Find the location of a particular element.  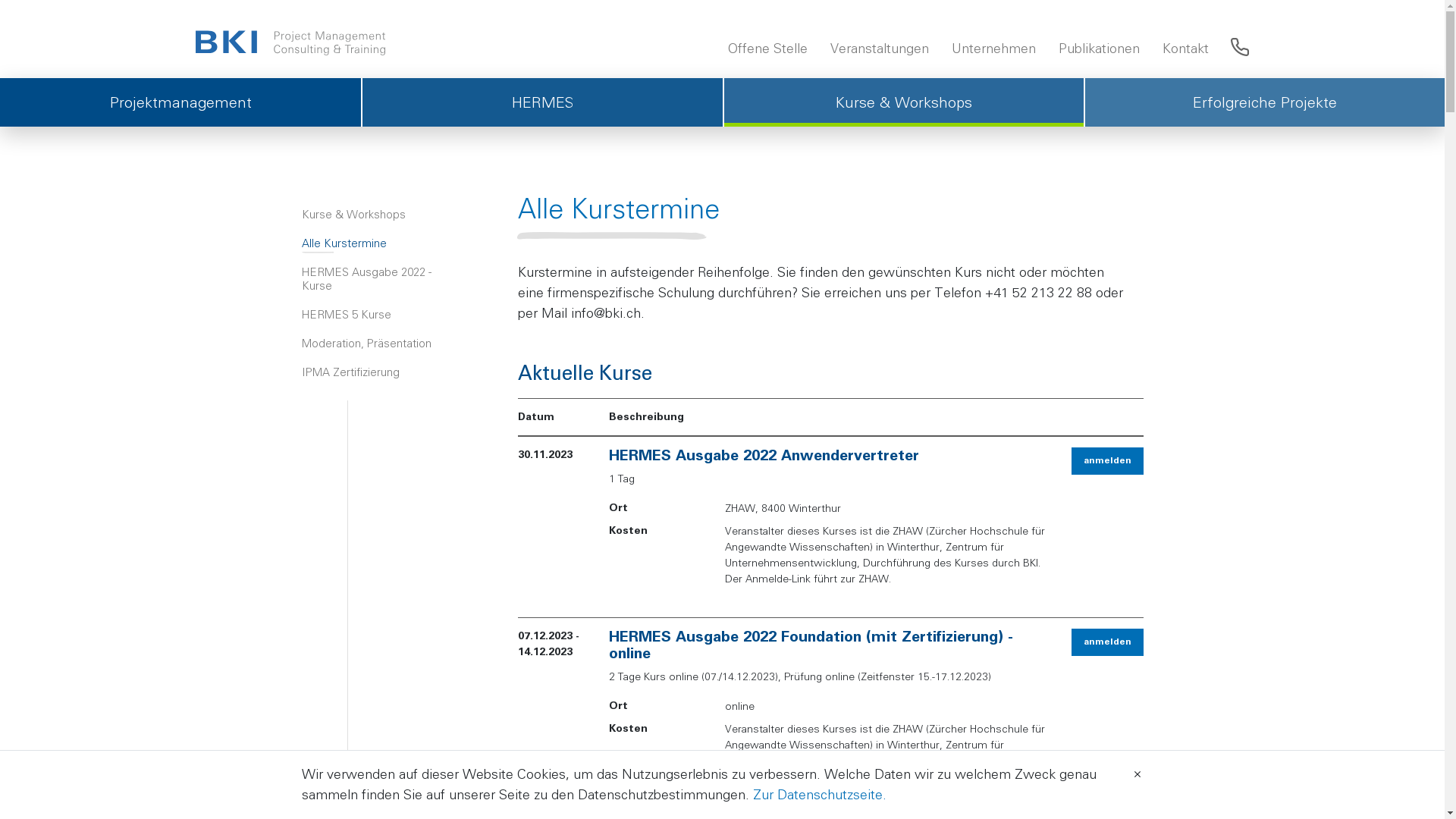

'Kontakt' is located at coordinates (1185, 48).